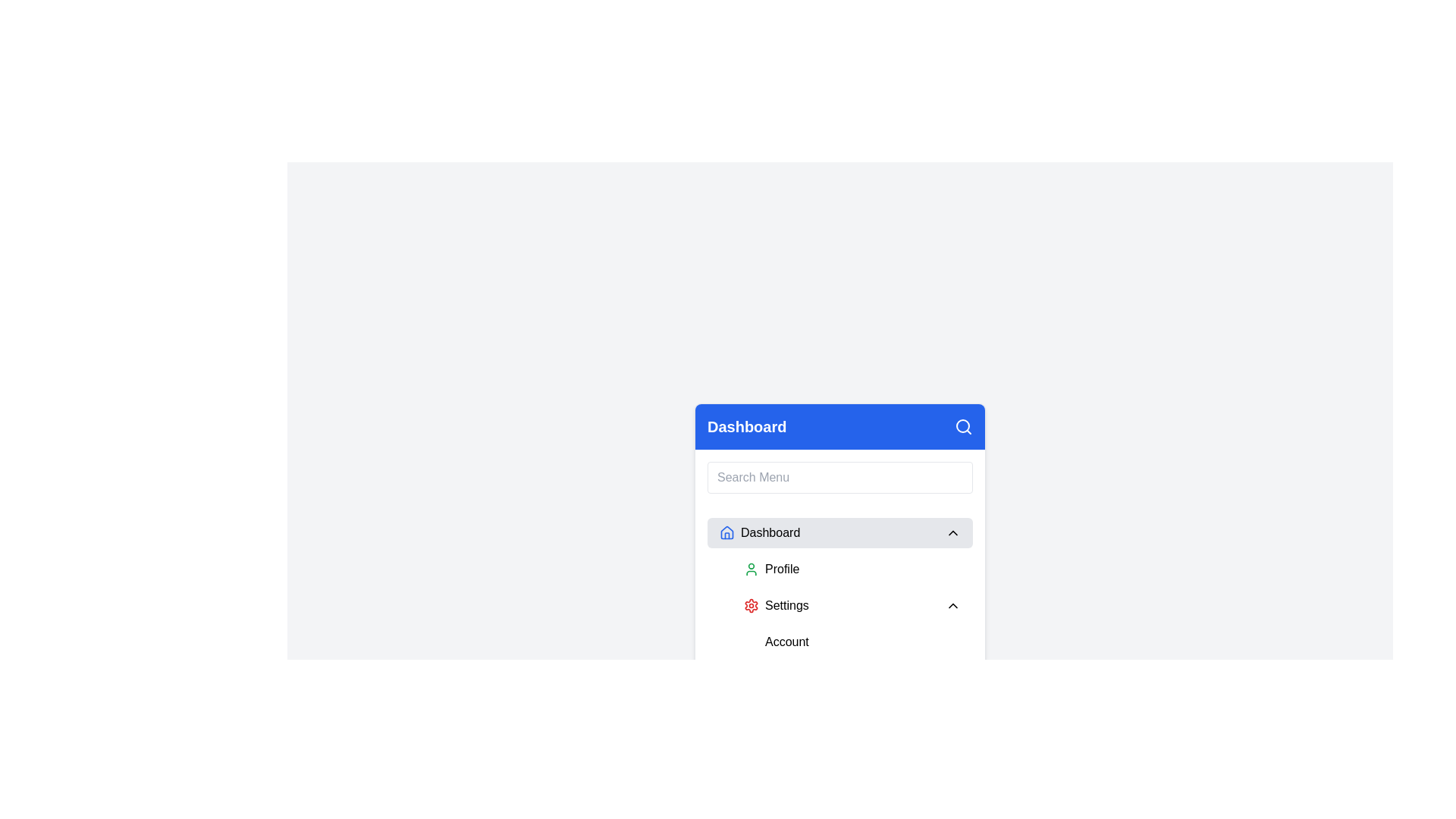  I want to click on the menu item that redirects to the dashboard view, located below the 'Dashboard' header and above 'Profile' and 'Settings', so click(760, 532).